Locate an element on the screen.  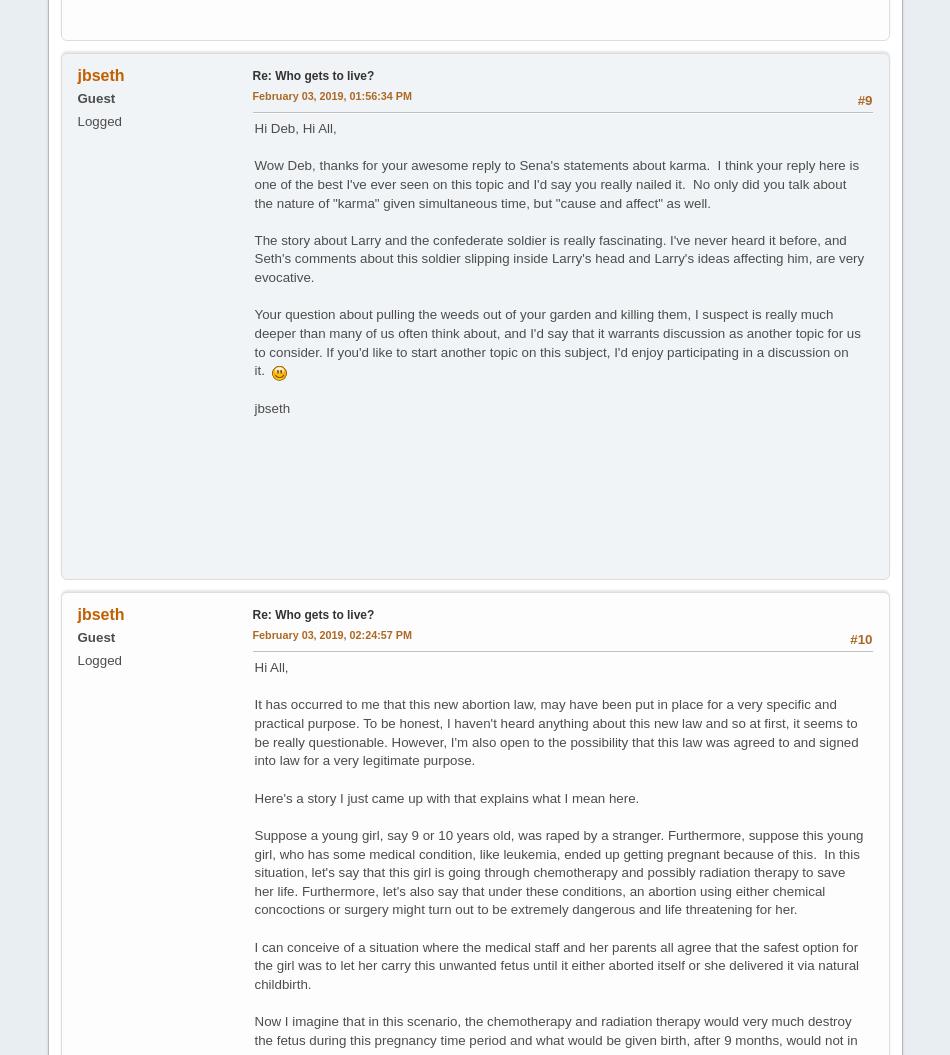
'#10' is located at coordinates (859, 638).